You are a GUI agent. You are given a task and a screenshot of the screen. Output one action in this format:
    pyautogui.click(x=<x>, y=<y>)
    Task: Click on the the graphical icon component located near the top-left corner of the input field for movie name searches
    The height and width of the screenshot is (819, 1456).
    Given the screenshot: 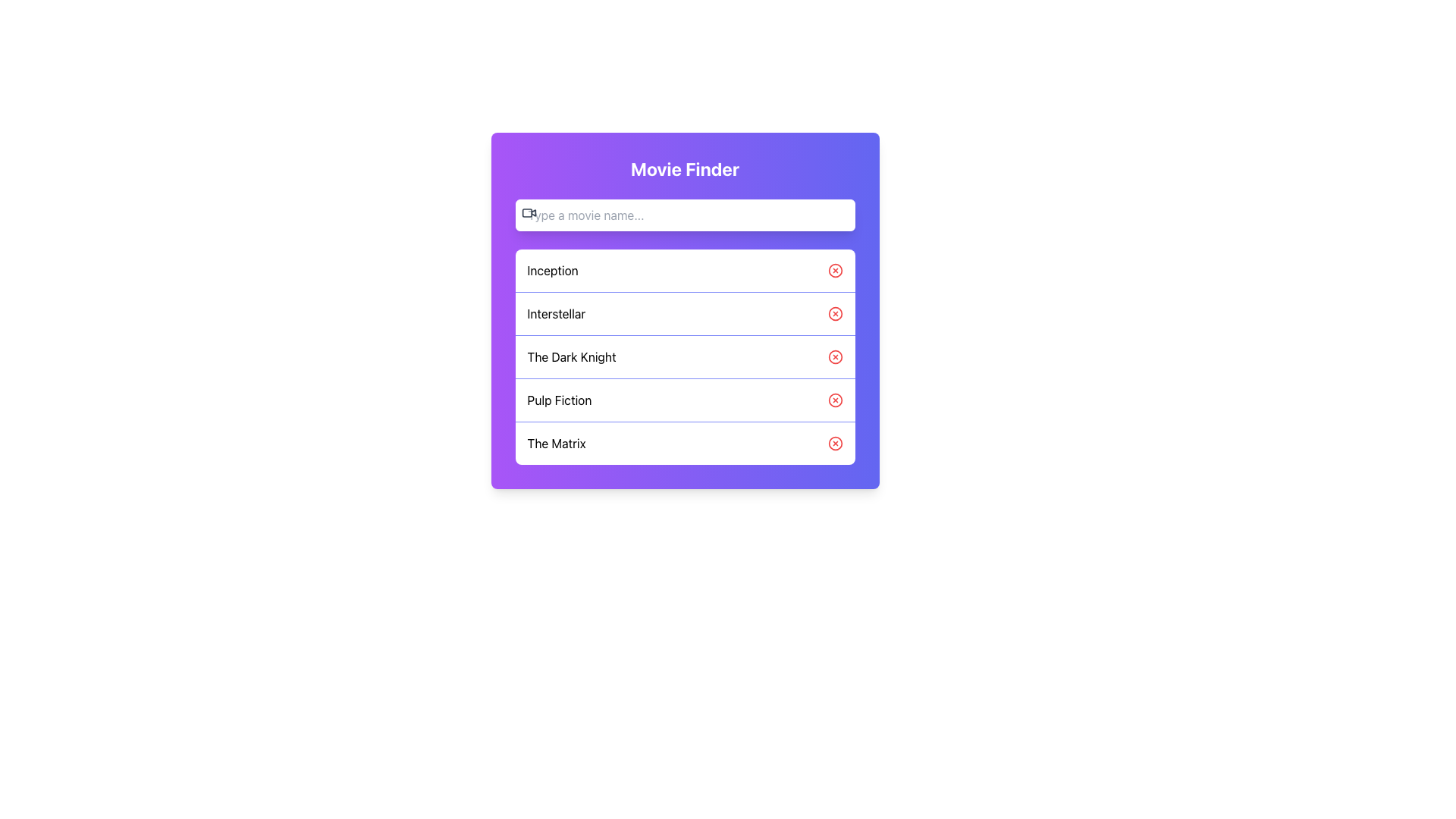 What is the action you would take?
    pyautogui.click(x=527, y=213)
    